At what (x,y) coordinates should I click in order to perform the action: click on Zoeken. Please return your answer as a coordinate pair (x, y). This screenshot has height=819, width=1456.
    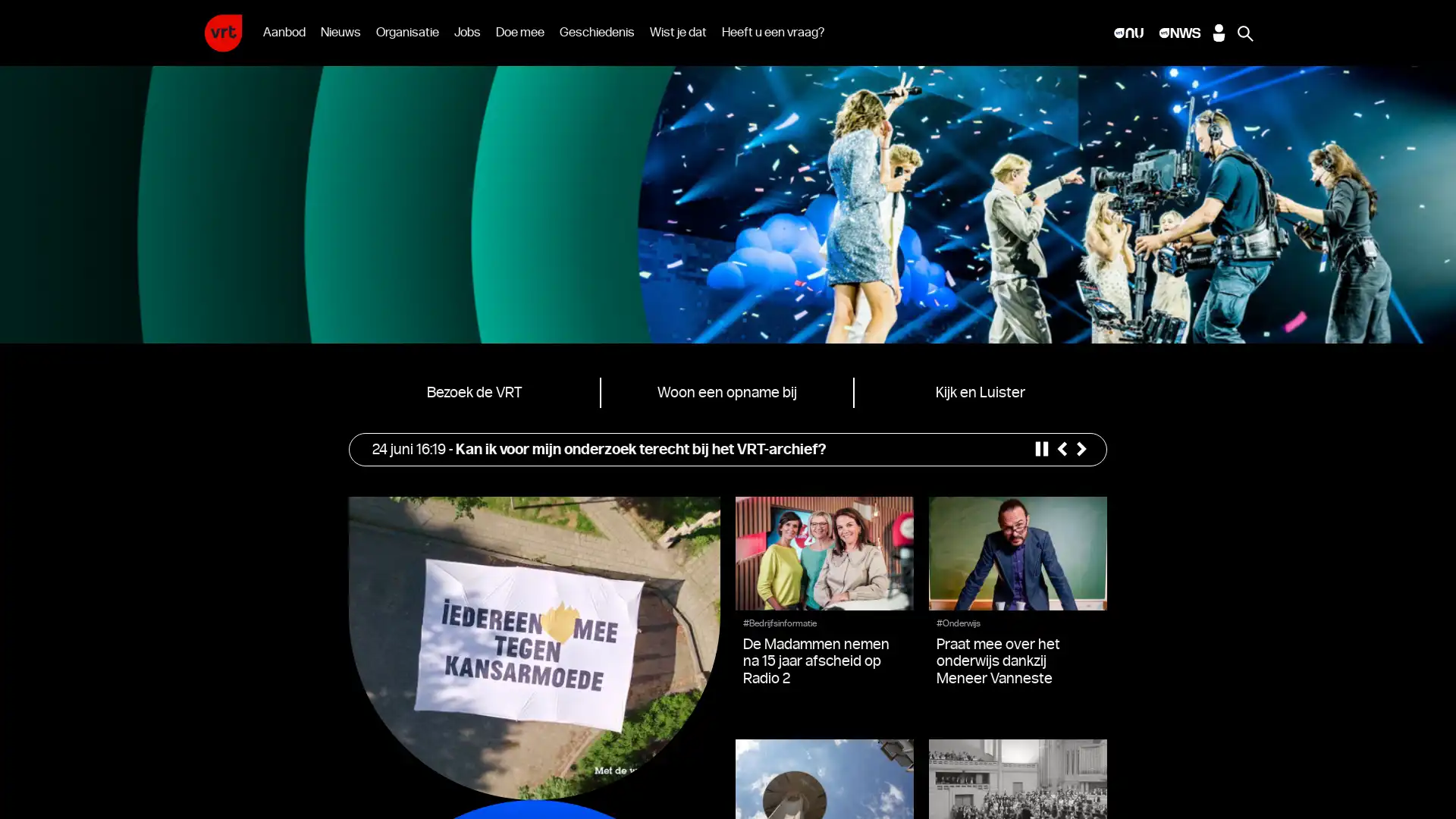
    Looking at the image, I should click on (1245, 32).